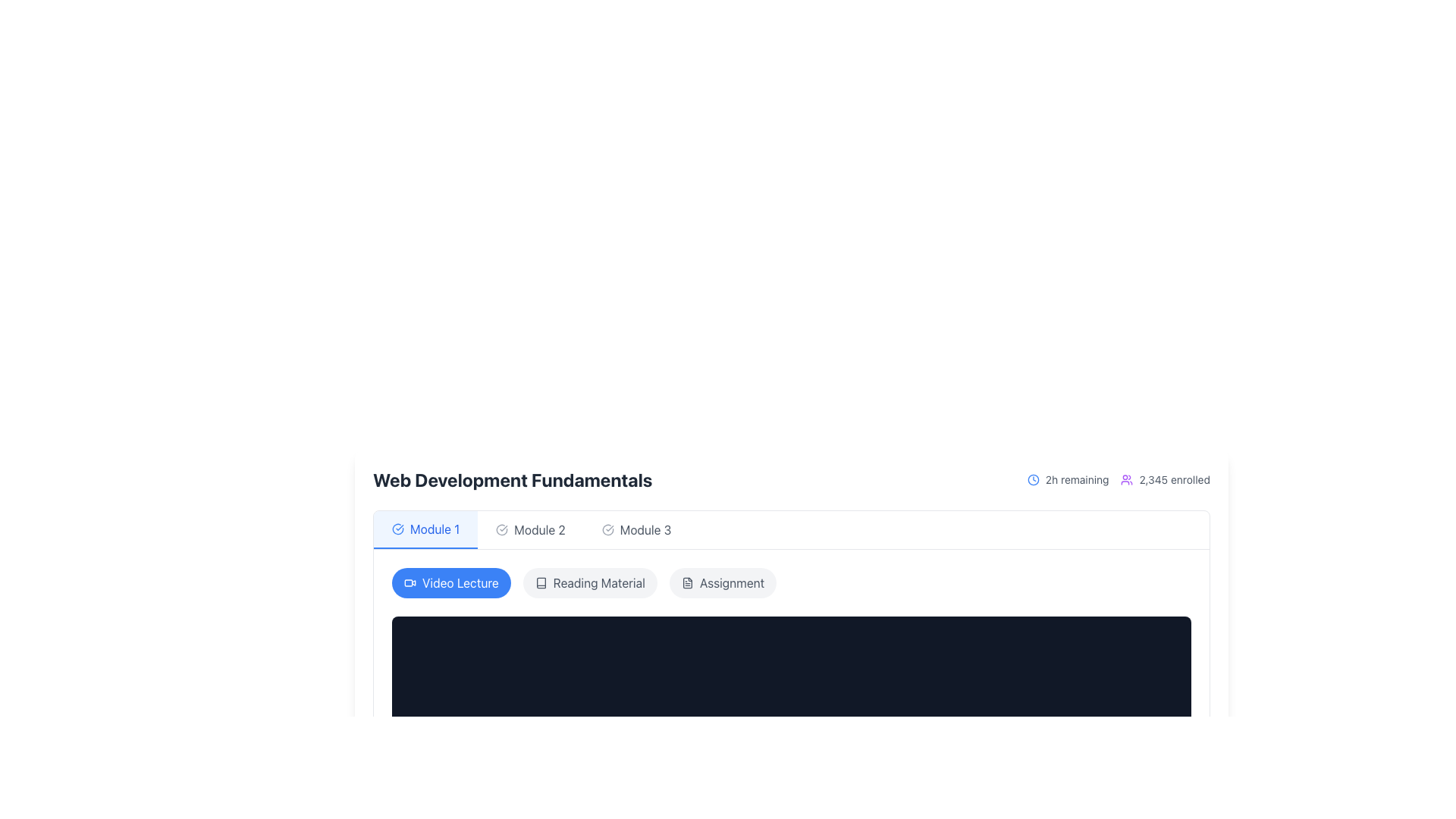 This screenshot has height=819, width=1456. Describe the element at coordinates (531, 529) in the screenshot. I see `the 'Module 2' button, which has a circular checkmark icon and a neutral gray text` at that location.